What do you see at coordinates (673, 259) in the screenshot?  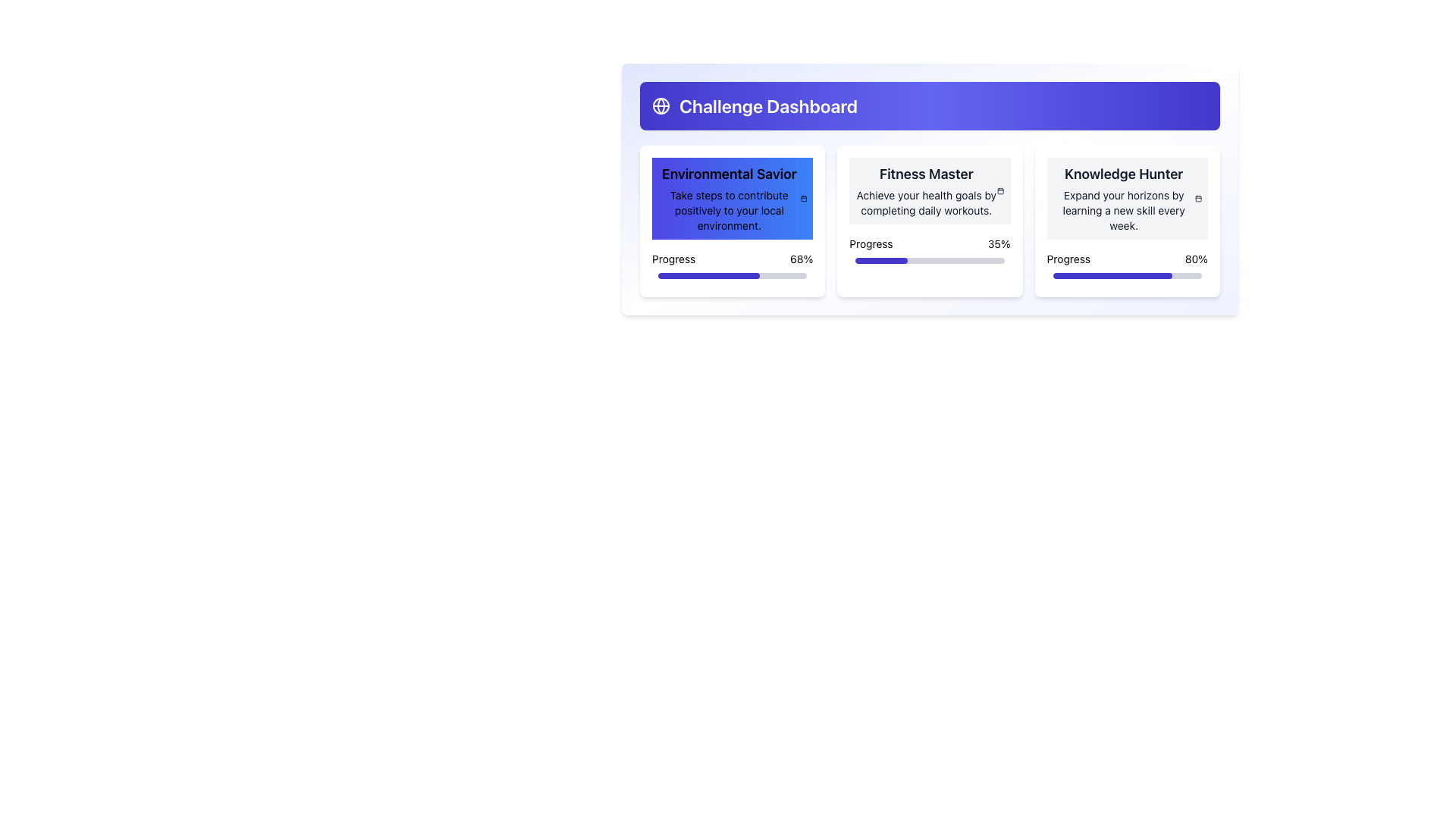 I see `the text label displaying 'Progress' located in the bottom-left section of the 'Environmental Savior' card, which precedes the percentage label '68%'` at bounding box center [673, 259].